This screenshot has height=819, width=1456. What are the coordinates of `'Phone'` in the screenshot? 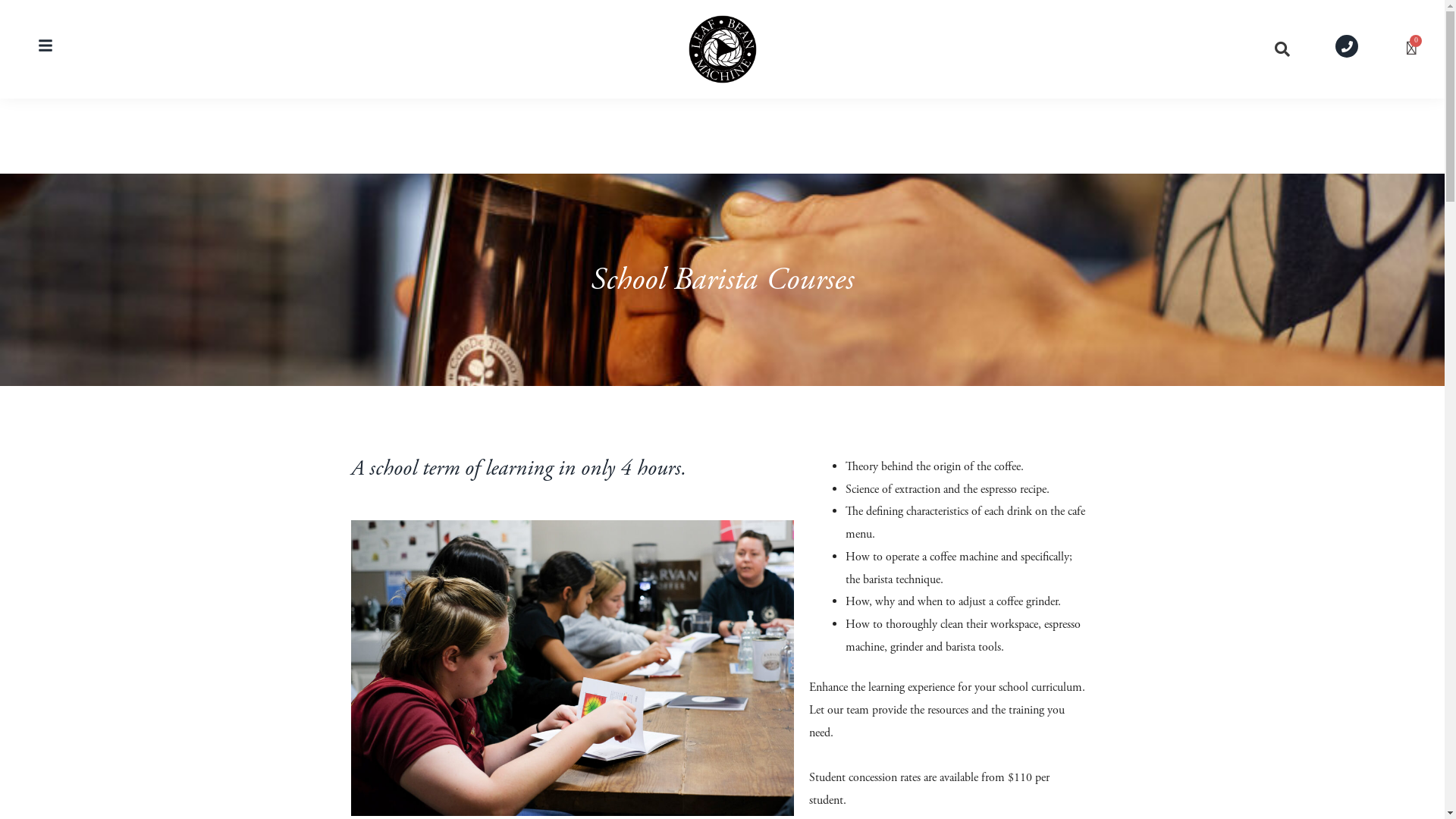 It's located at (1335, 45).